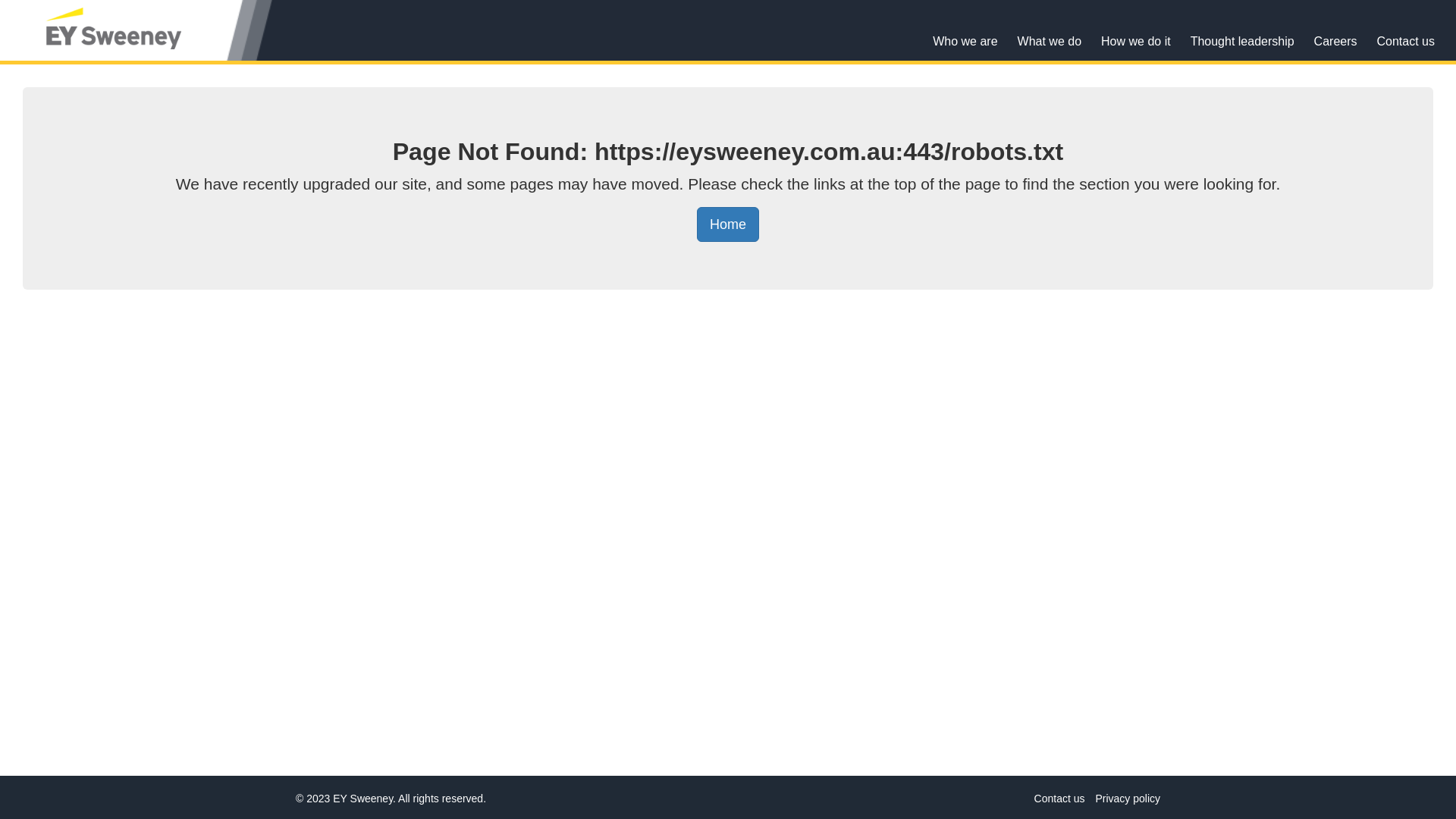  What do you see at coordinates (1128, 798) in the screenshot?
I see `'Privacy policy'` at bounding box center [1128, 798].